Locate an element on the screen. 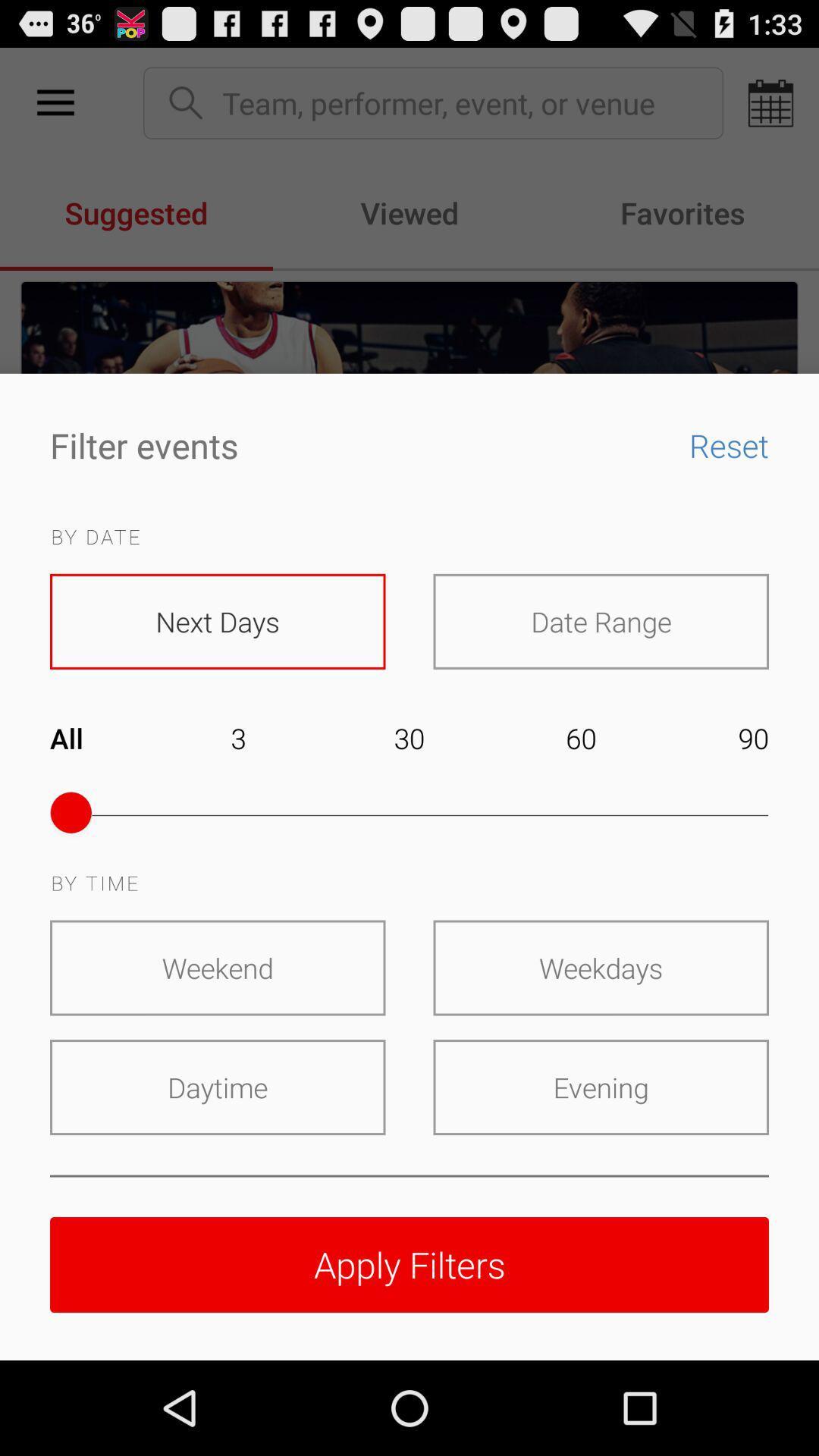 Image resolution: width=819 pixels, height=1456 pixels. the daytime is located at coordinates (218, 1087).